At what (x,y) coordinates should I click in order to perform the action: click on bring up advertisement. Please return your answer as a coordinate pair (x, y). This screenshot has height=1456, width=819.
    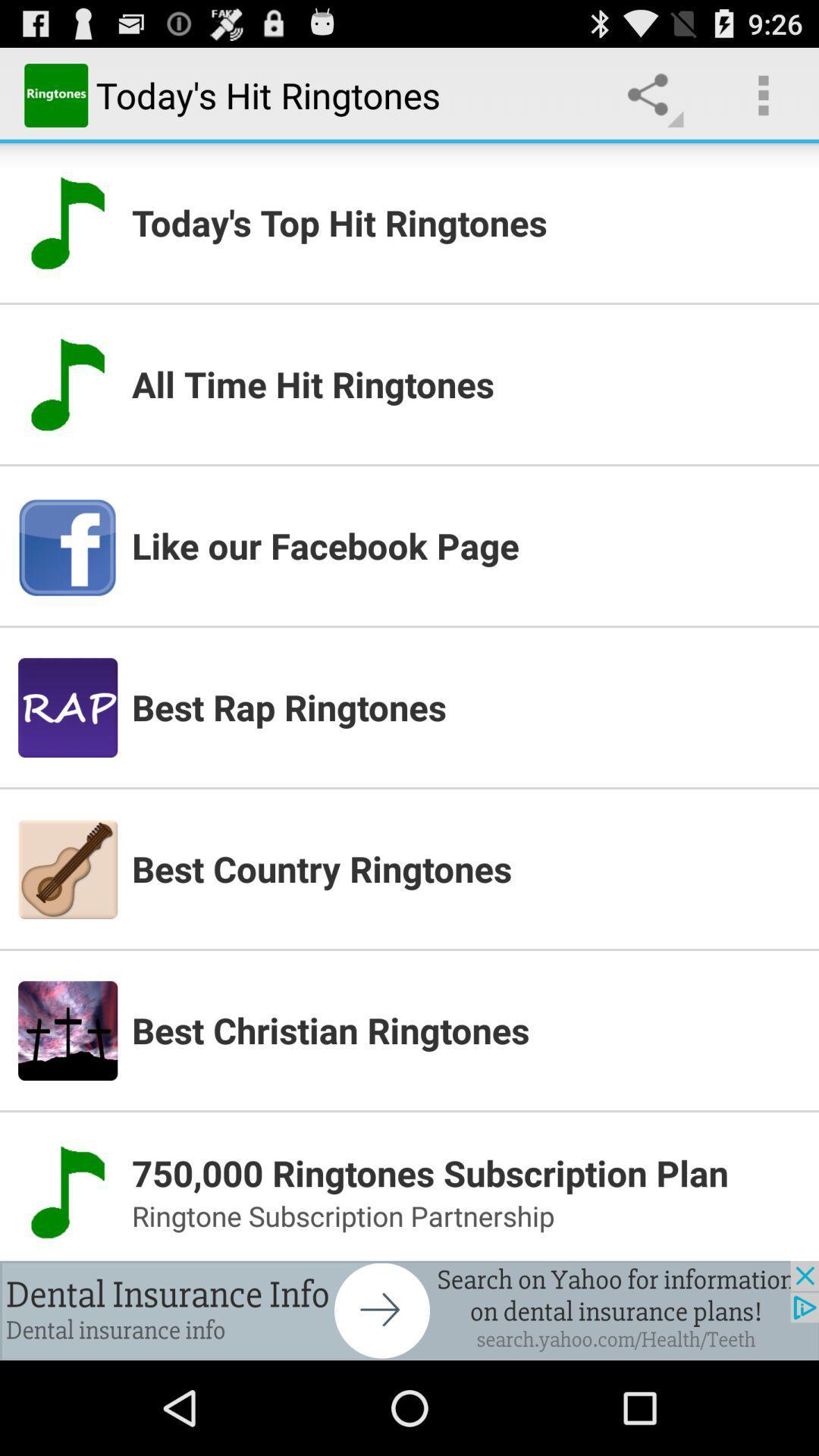
    Looking at the image, I should click on (409, 1310).